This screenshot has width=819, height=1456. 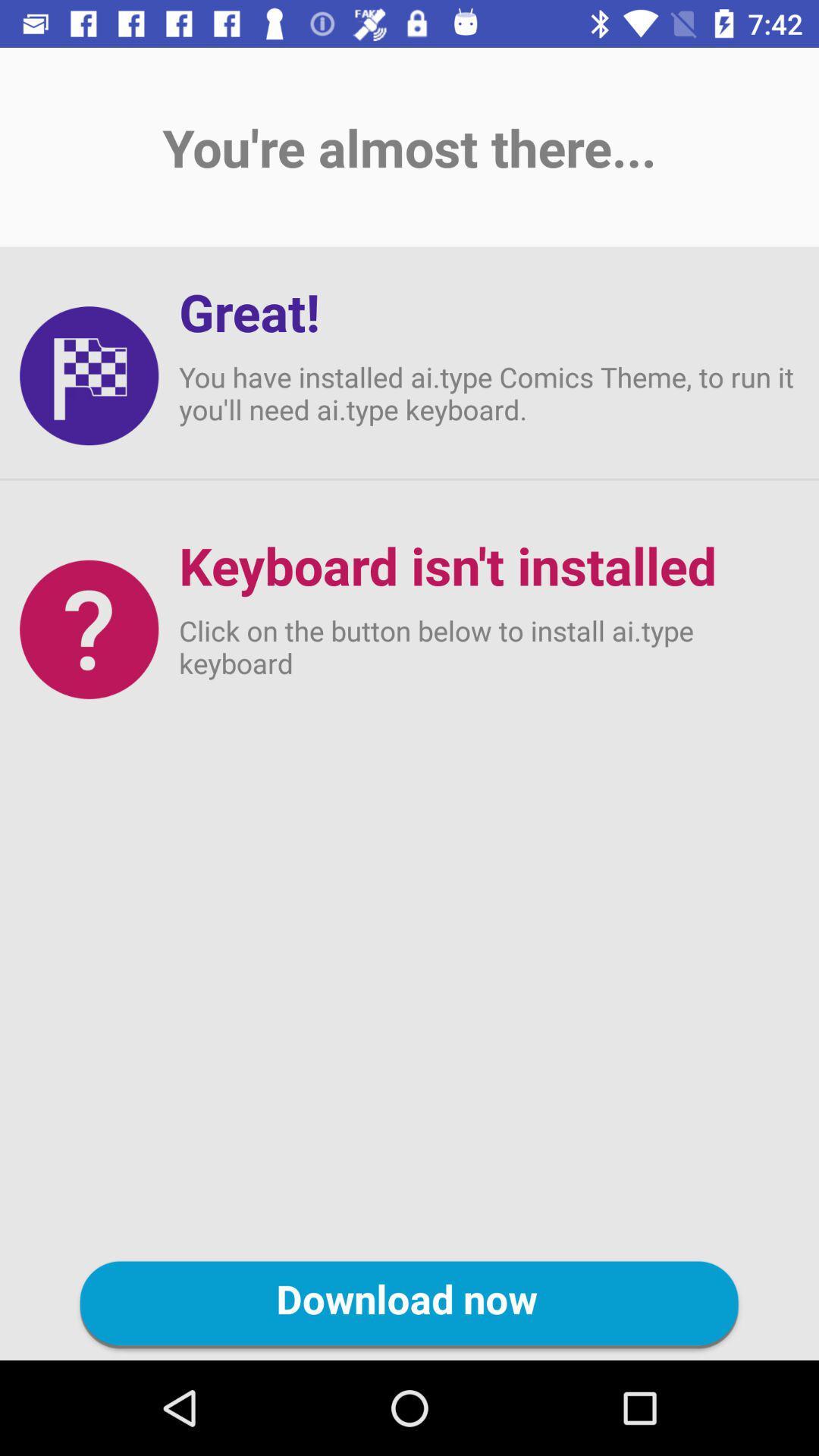 What do you see at coordinates (409, 1304) in the screenshot?
I see `the download now icon` at bounding box center [409, 1304].